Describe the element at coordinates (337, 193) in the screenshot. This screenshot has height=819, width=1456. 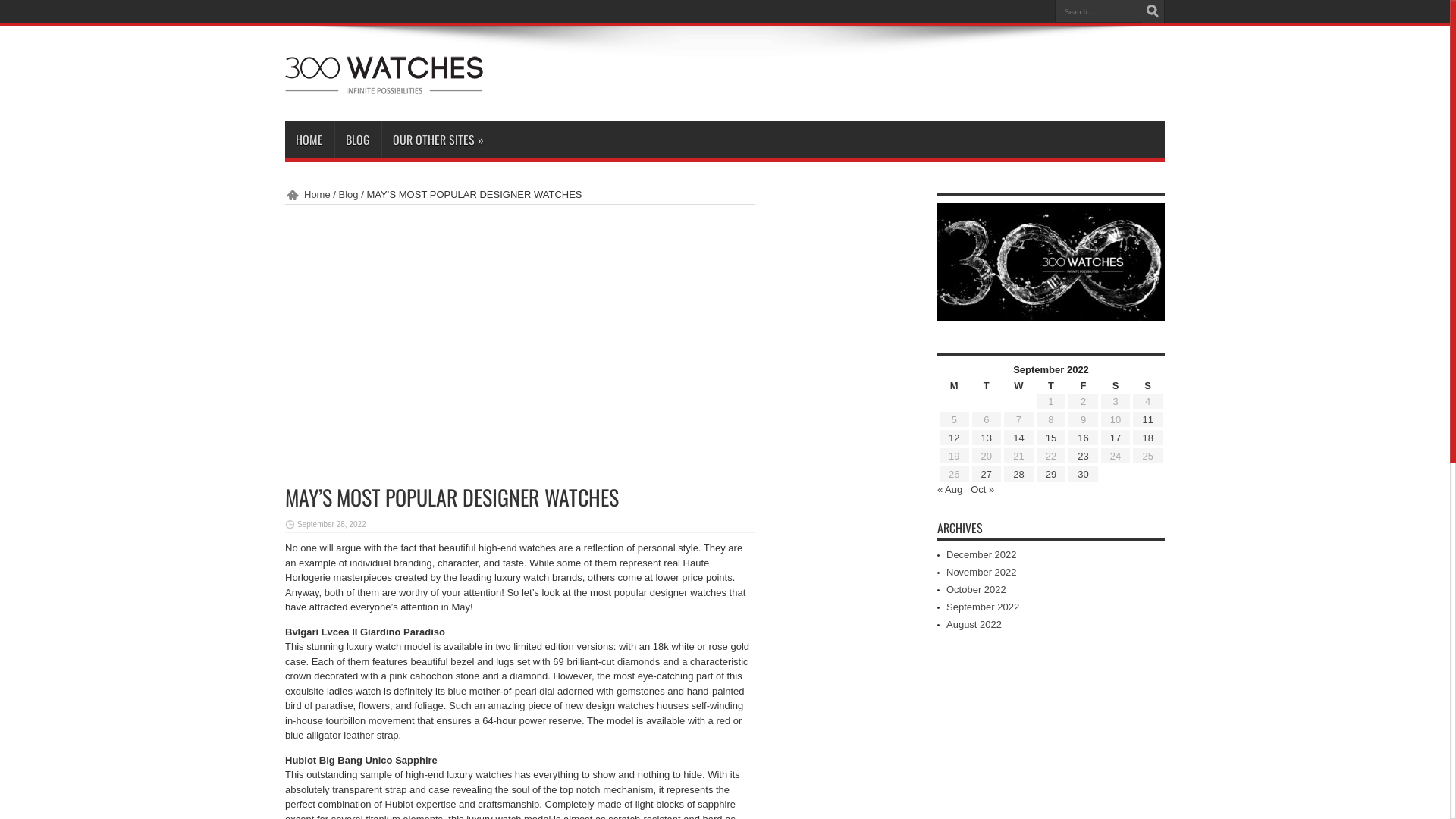
I see `'Blog'` at that location.